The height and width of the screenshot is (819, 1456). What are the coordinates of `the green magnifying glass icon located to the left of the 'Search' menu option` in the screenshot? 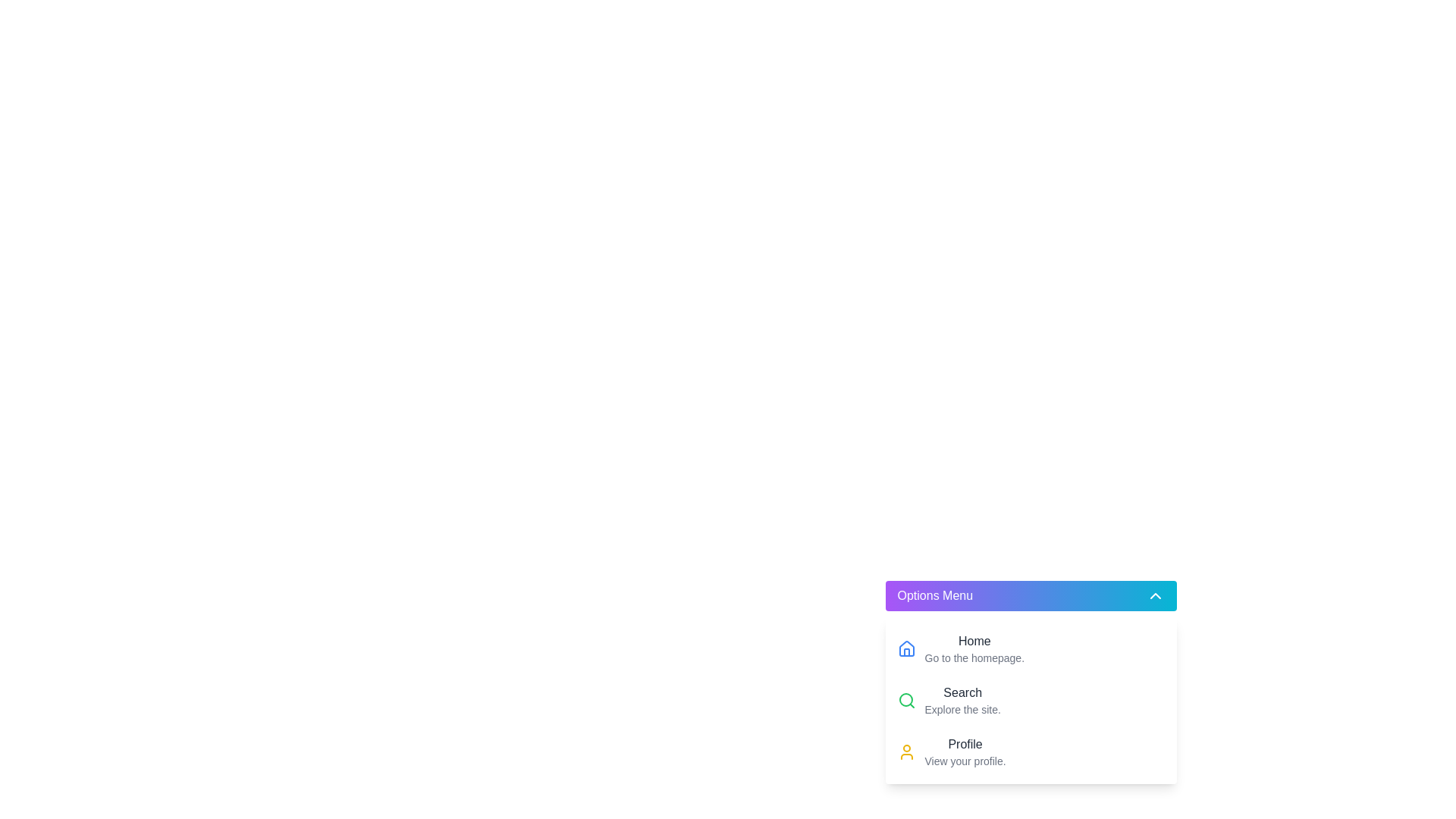 It's located at (906, 701).